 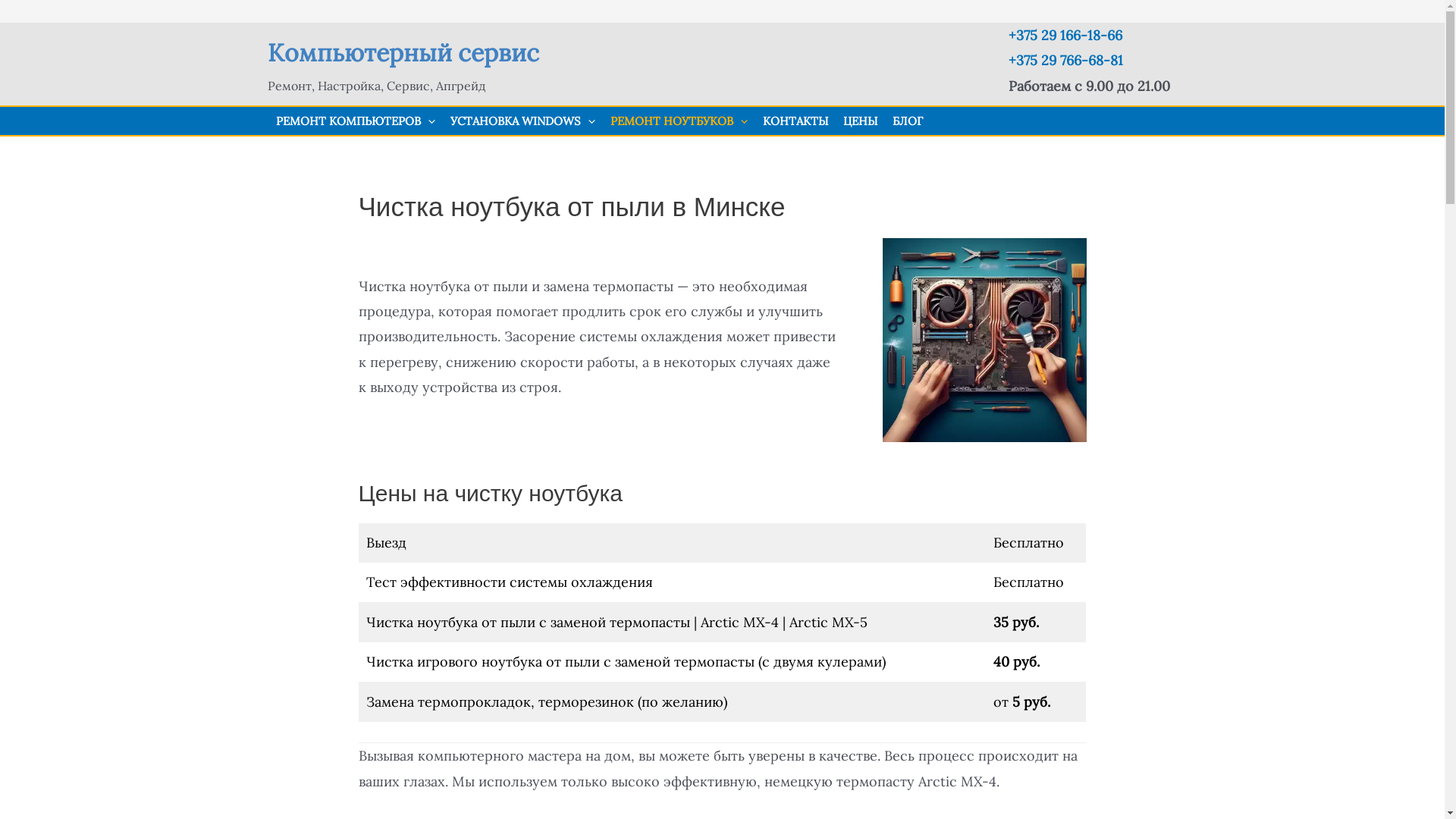 I want to click on '+375 29 766-68-81', so click(x=1008, y=59).